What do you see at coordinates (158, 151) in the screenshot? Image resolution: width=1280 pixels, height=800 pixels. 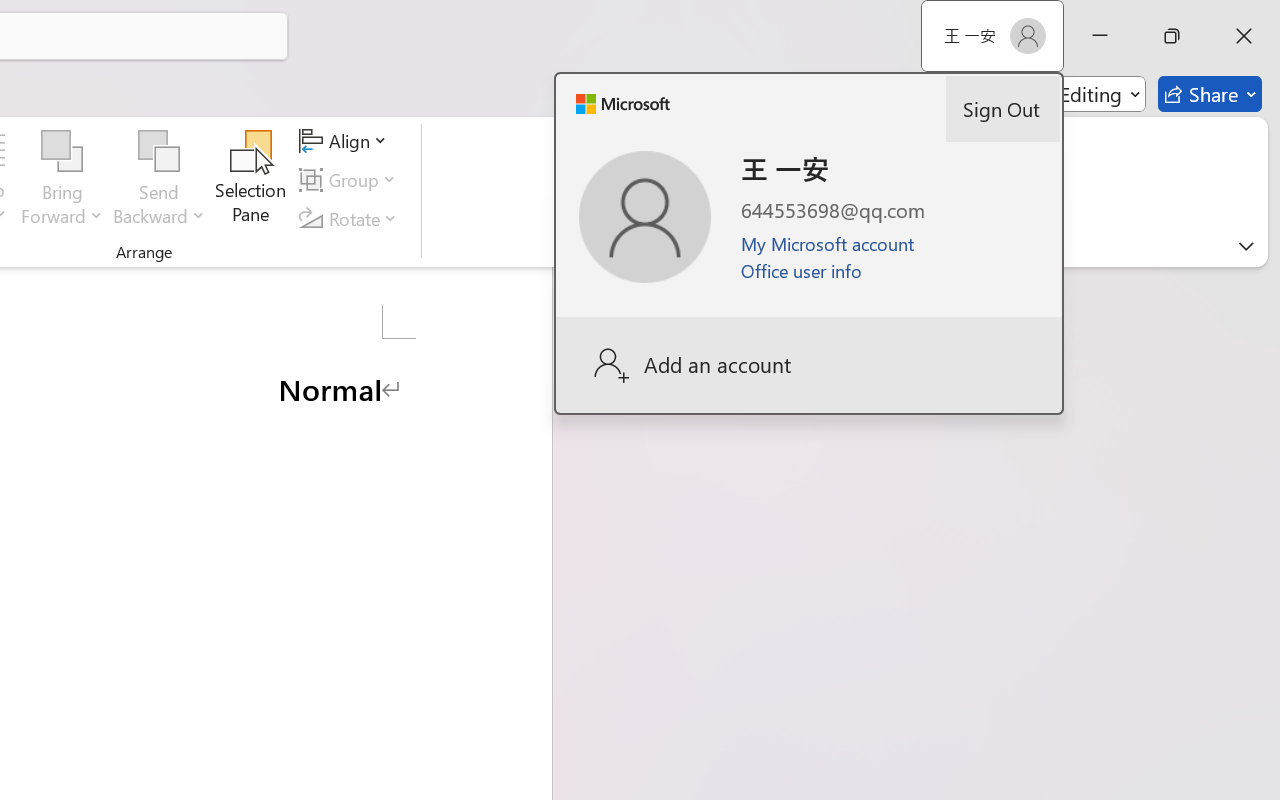 I see `'Send Backward'` at bounding box center [158, 151].